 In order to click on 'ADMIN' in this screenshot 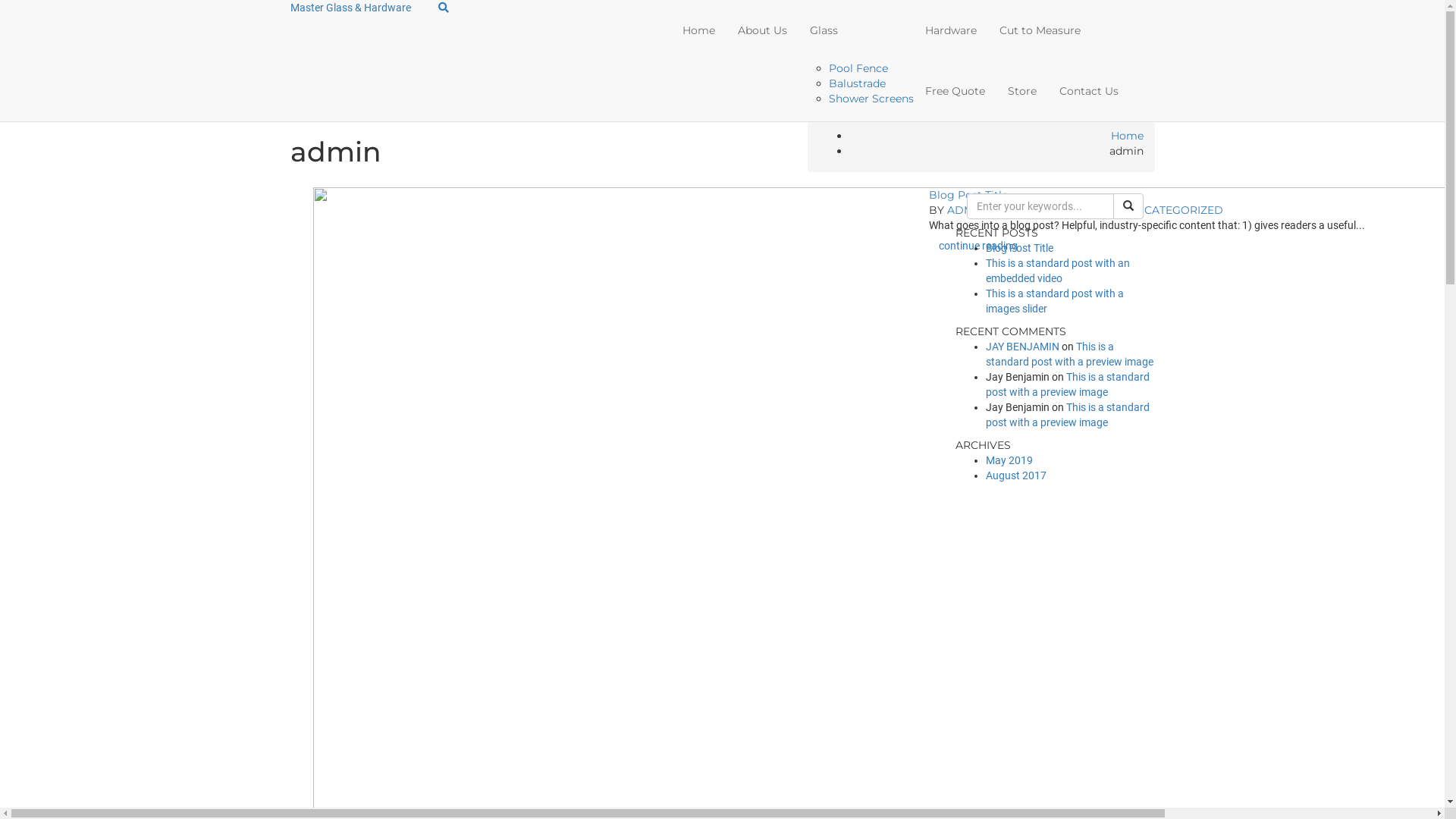, I will do `click(946, 210)`.